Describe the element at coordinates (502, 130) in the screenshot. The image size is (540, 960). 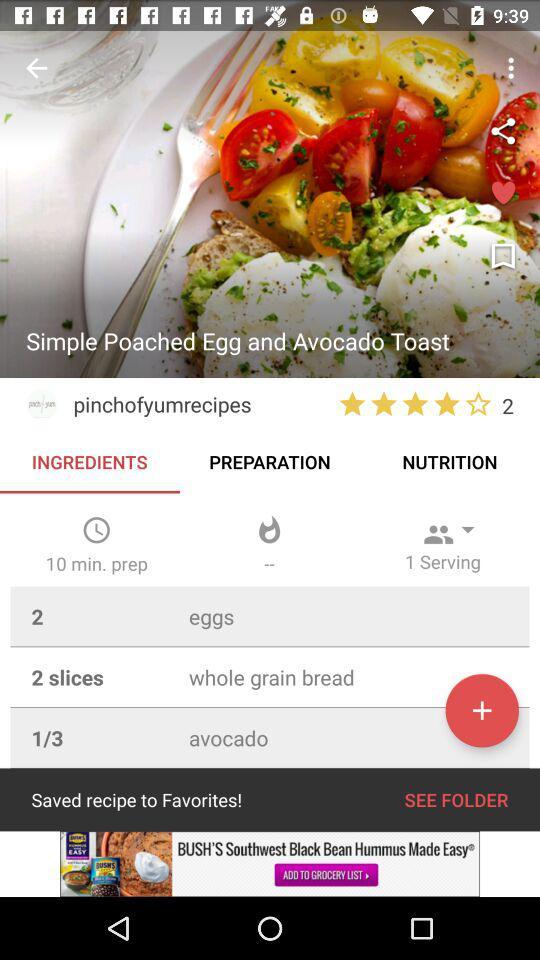
I see `the share icon` at that location.